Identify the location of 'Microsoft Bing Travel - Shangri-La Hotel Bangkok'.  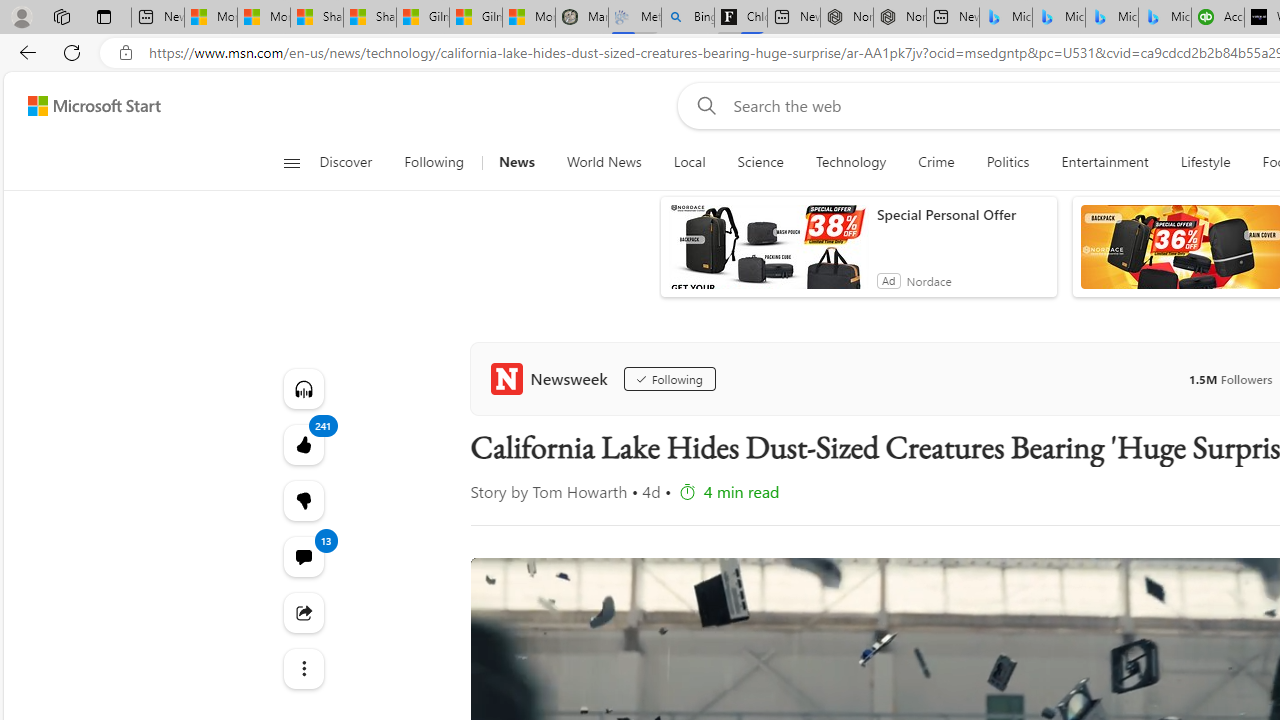
(1165, 17).